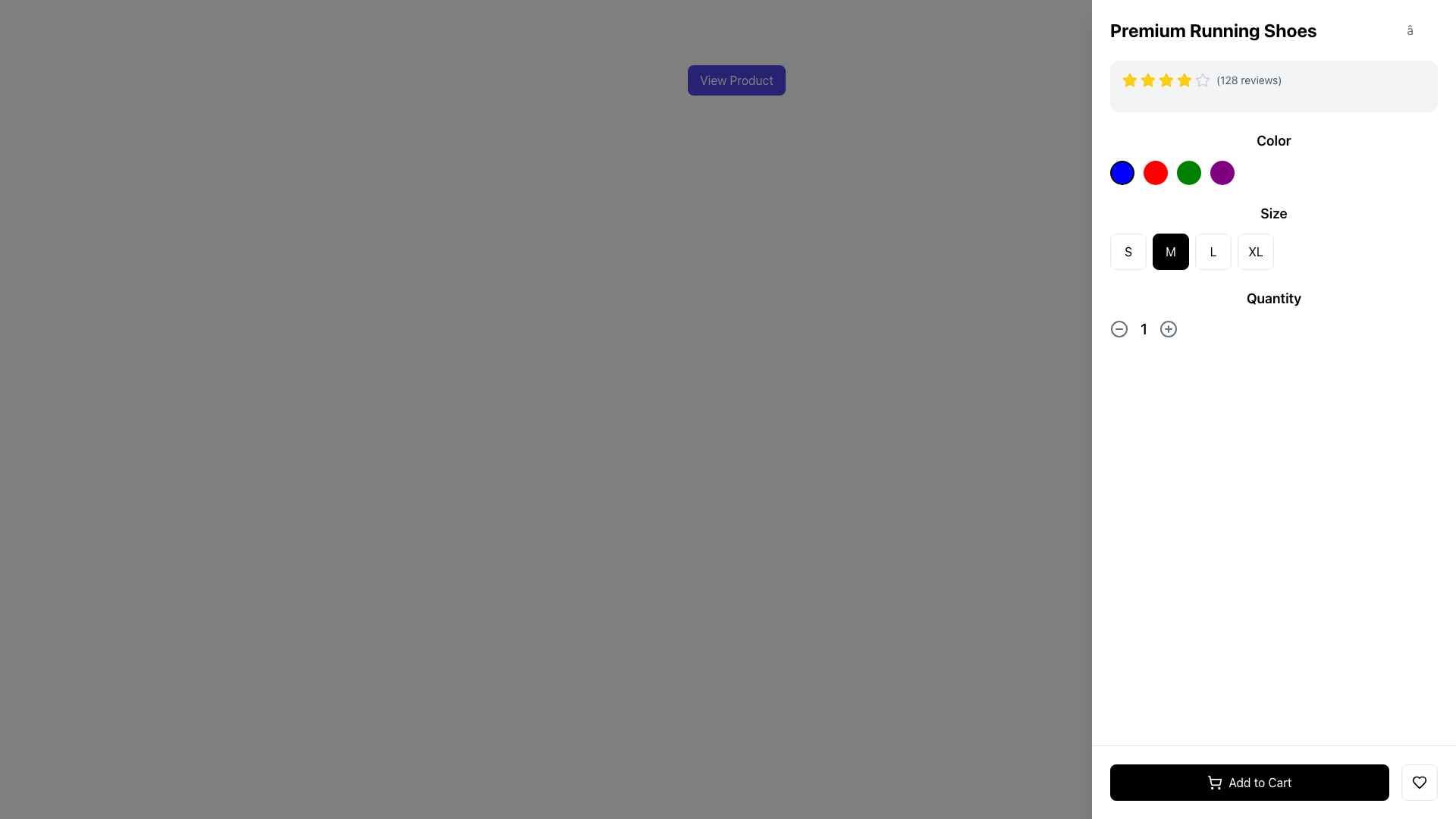  I want to click on the text label reading 'Premium Running Shoes', which is styled as a bold heading and is prominently located at the top left of the product details section, so click(1213, 30).